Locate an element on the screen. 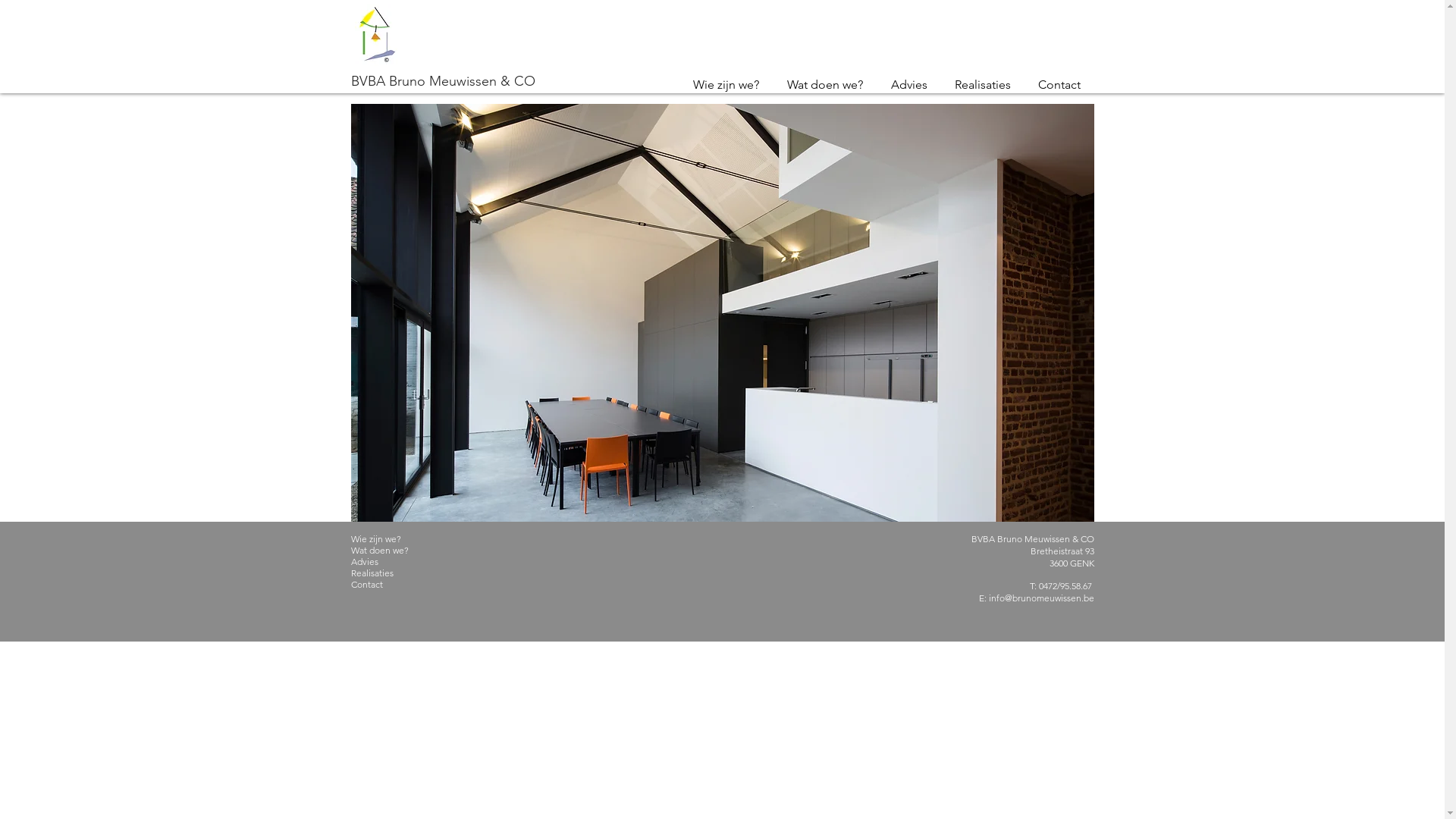  'Wat doen we?' is located at coordinates (824, 84).